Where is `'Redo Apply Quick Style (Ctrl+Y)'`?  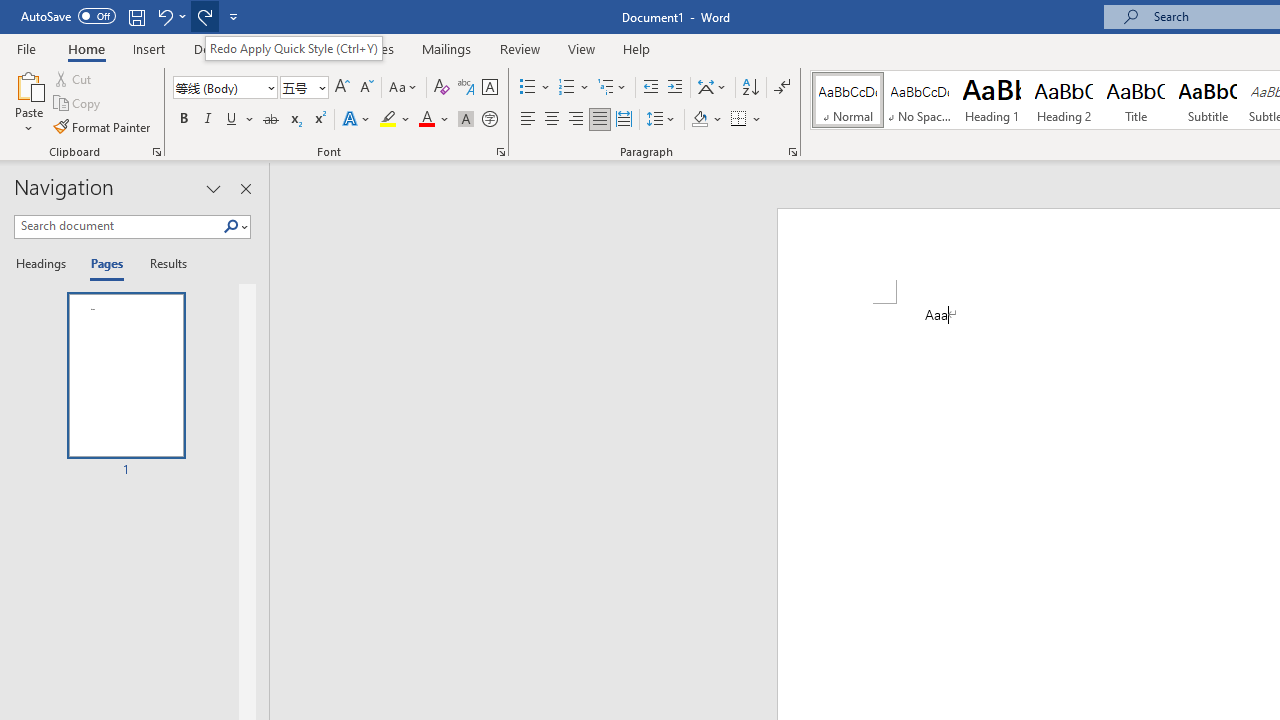 'Redo Apply Quick Style (Ctrl+Y)' is located at coordinates (292, 47).